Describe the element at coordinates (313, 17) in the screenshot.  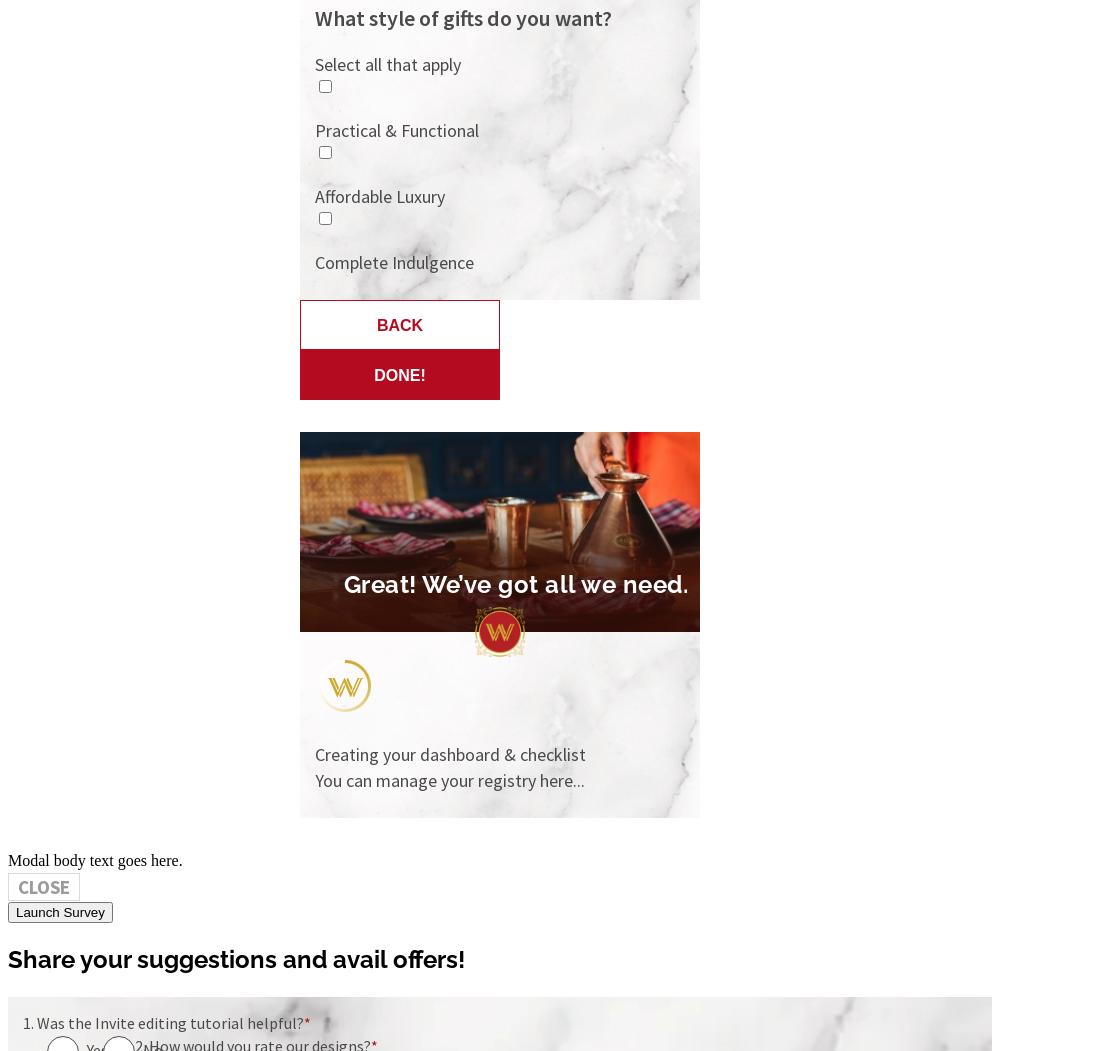
I see `'What style of gifts do you want?'` at that location.